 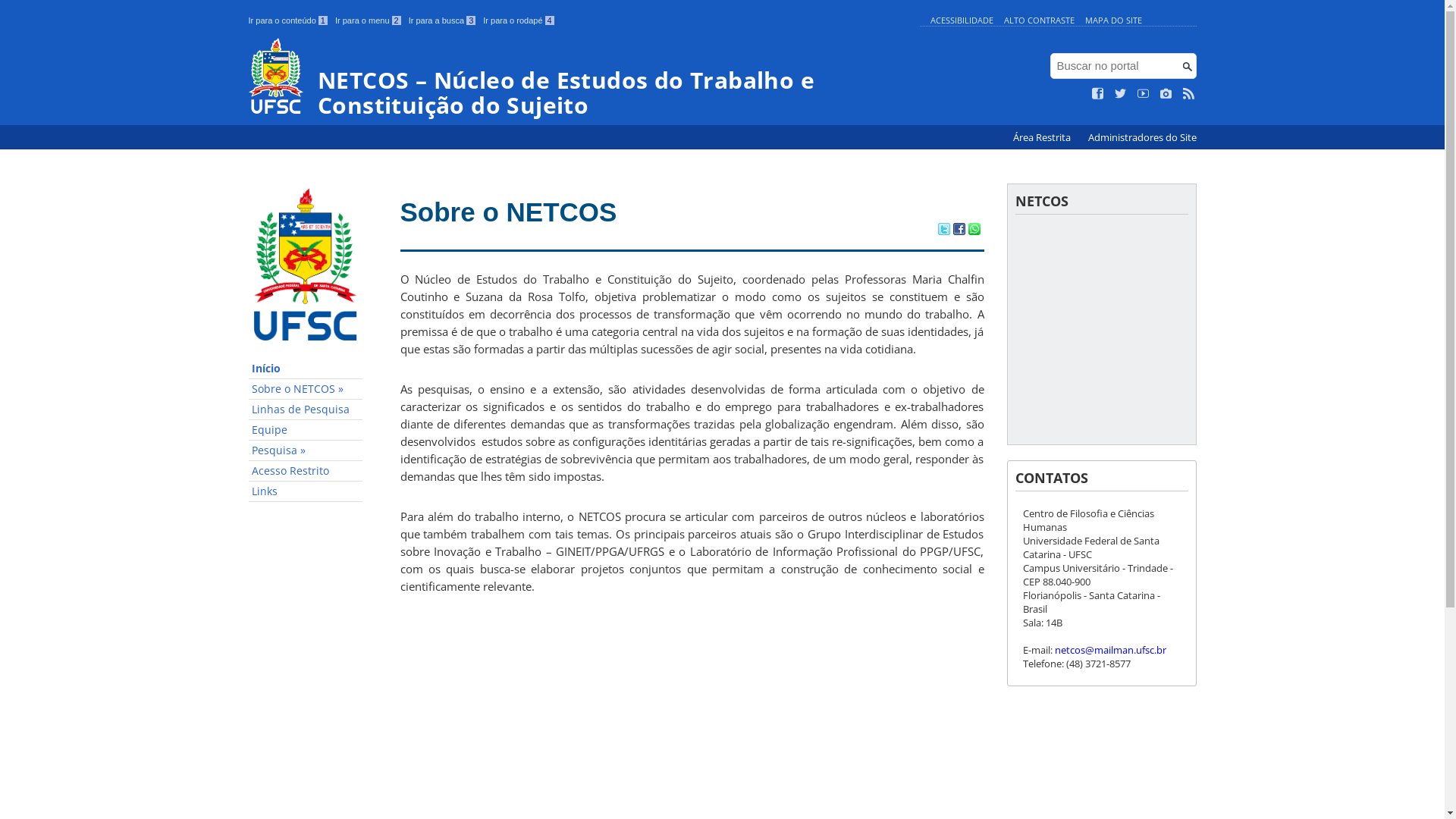 What do you see at coordinates (1098, 93) in the screenshot?
I see `'Curta no Facebook'` at bounding box center [1098, 93].